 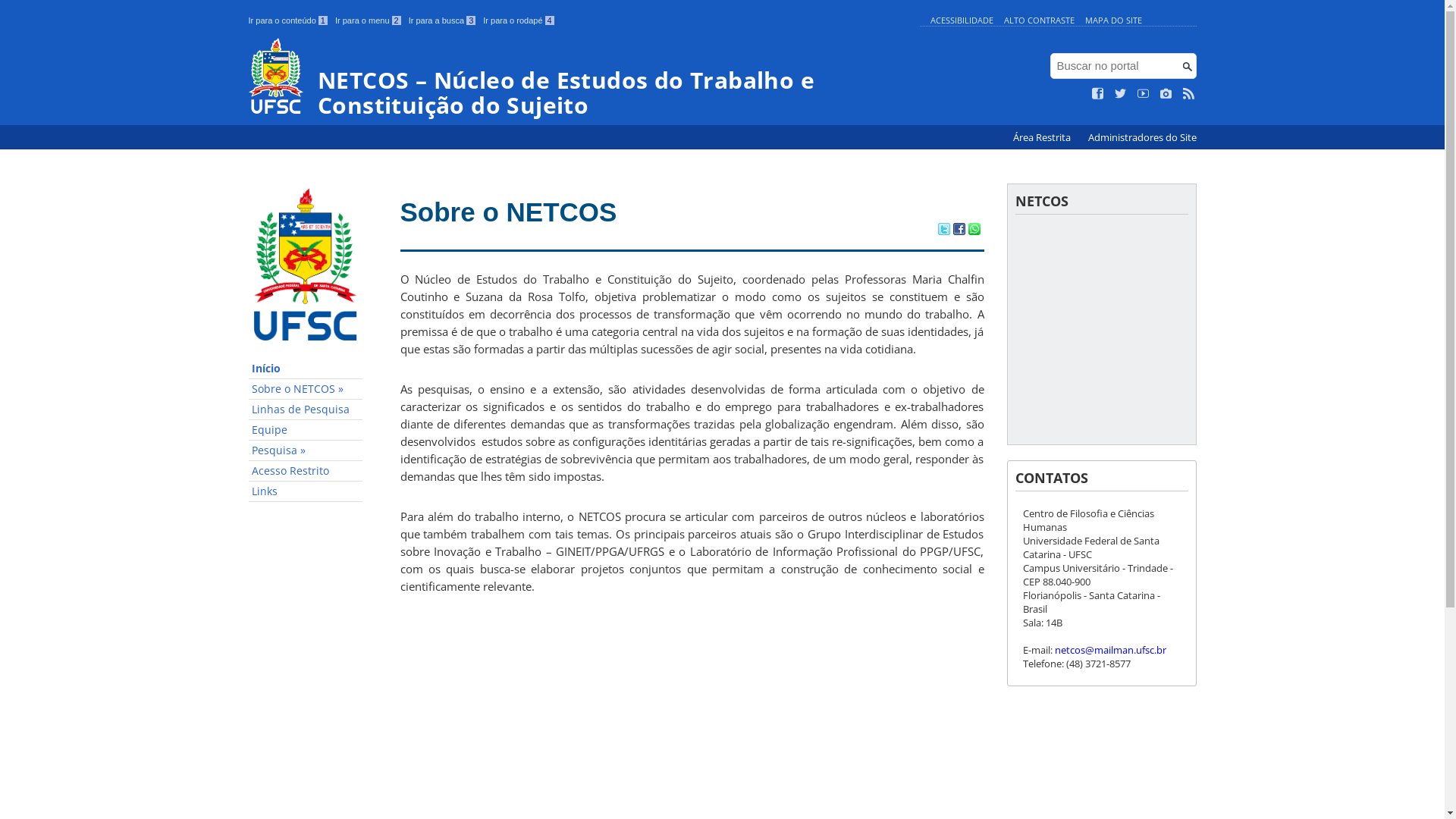 What do you see at coordinates (1098, 93) in the screenshot?
I see `'Curta no Facebook'` at bounding box center [1098, 93].